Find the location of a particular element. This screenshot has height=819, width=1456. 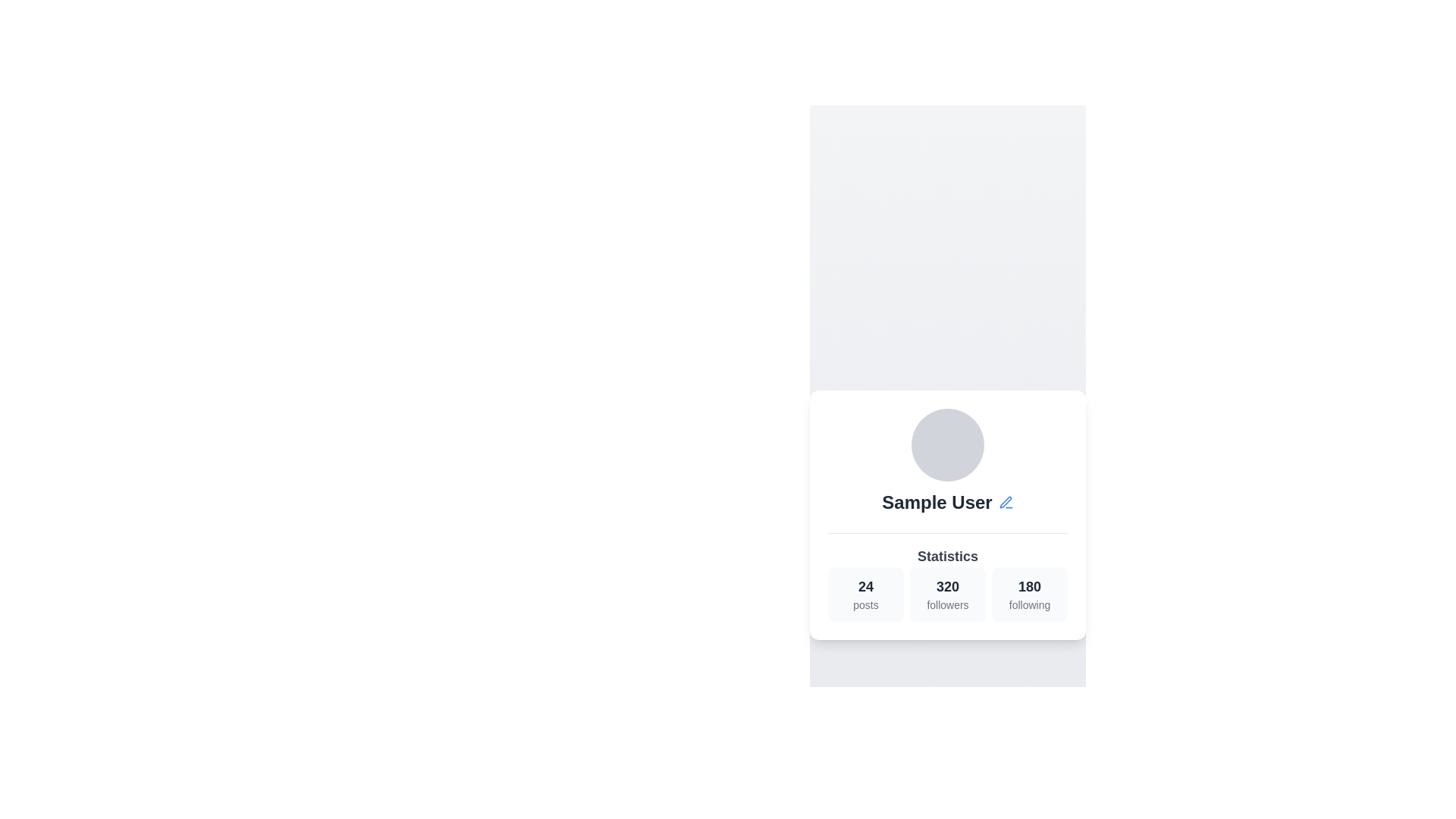

number '180' displayed in bold above the word 'following' within the Informational tile located under the 'Statistics' header is located at coordinates (1030, 593).